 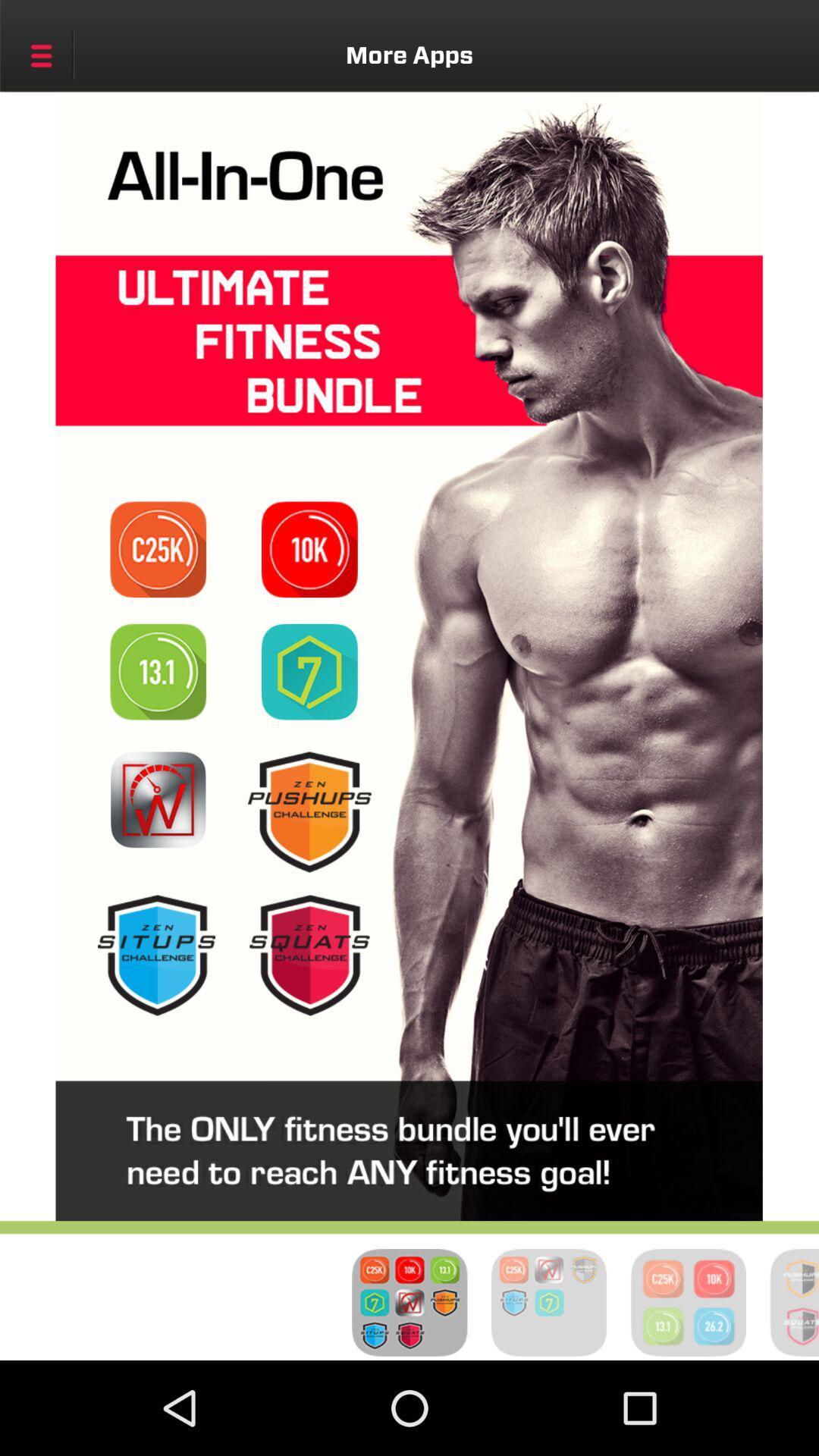 What do you see at coordinates (309, 548) in the screenshot?
I see `10k challenge` at bounding box center [309, 548].